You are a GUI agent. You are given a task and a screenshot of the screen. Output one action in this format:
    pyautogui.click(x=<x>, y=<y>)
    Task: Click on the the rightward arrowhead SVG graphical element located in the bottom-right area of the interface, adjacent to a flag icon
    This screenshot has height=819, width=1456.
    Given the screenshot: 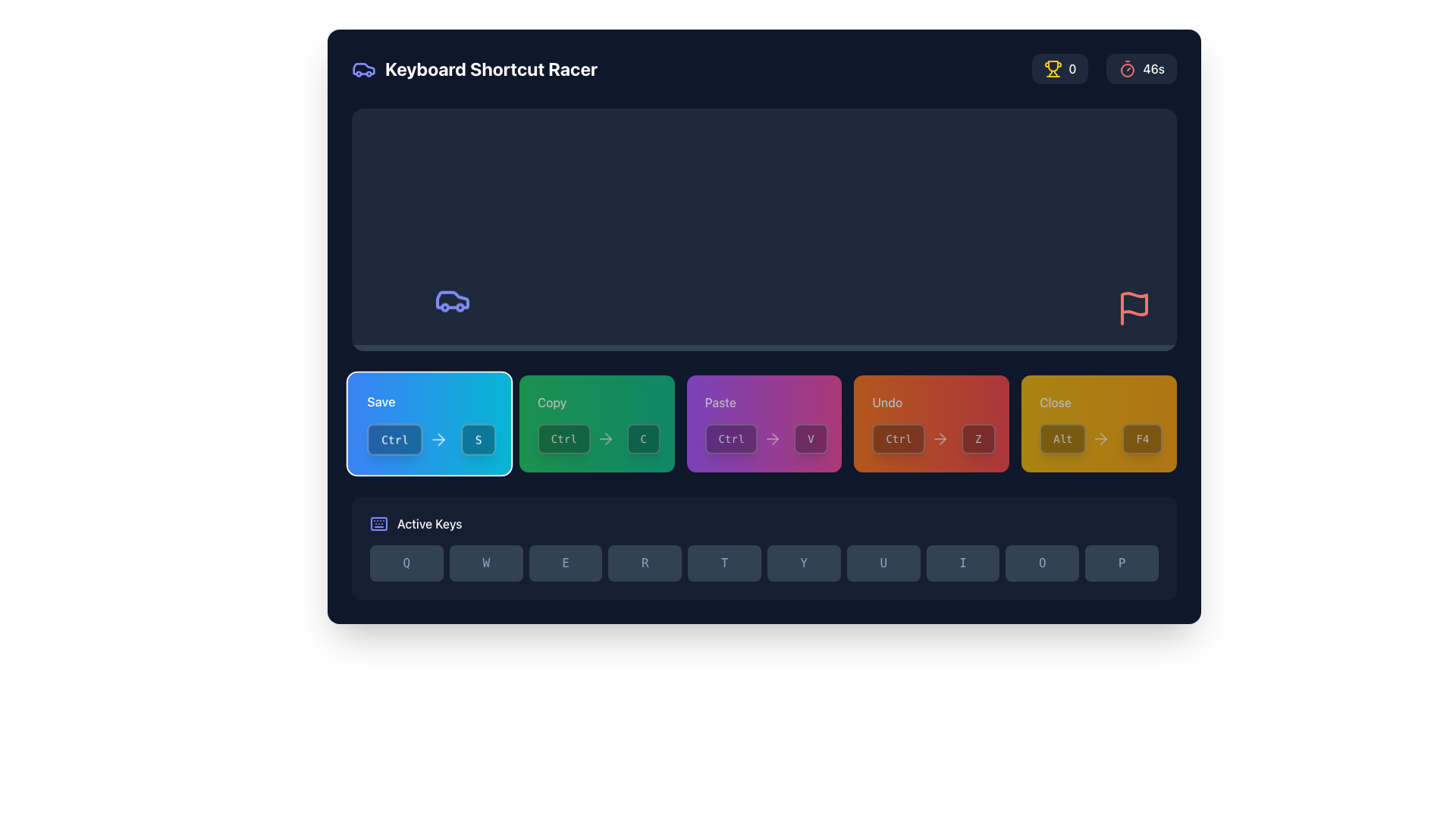 What is the action you would take?
    pyautogui.click(x=942, y=438)
    